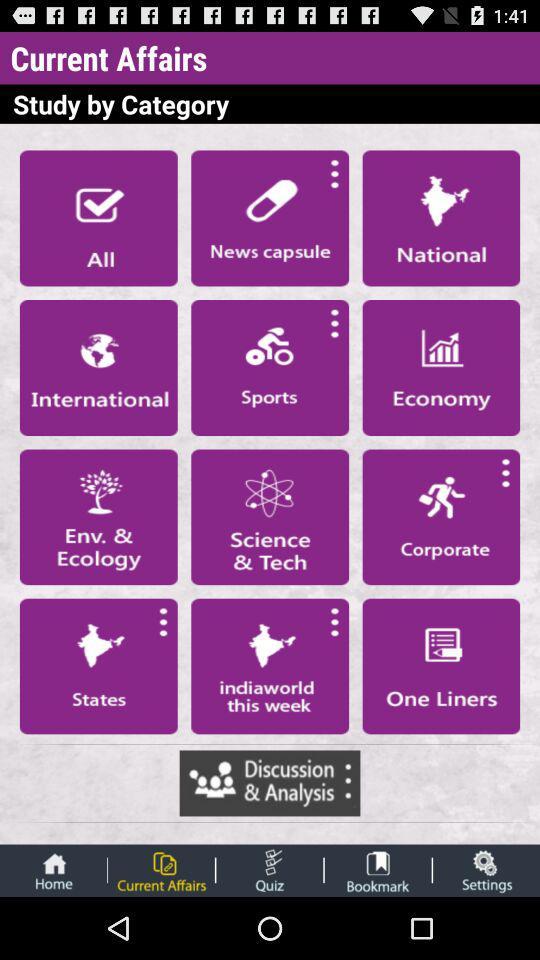 Image resolution: width=540 pixels, height=960 pixels. Describe the element at coordinates (97, 218) in the screenshot. I see `all category` at that location.